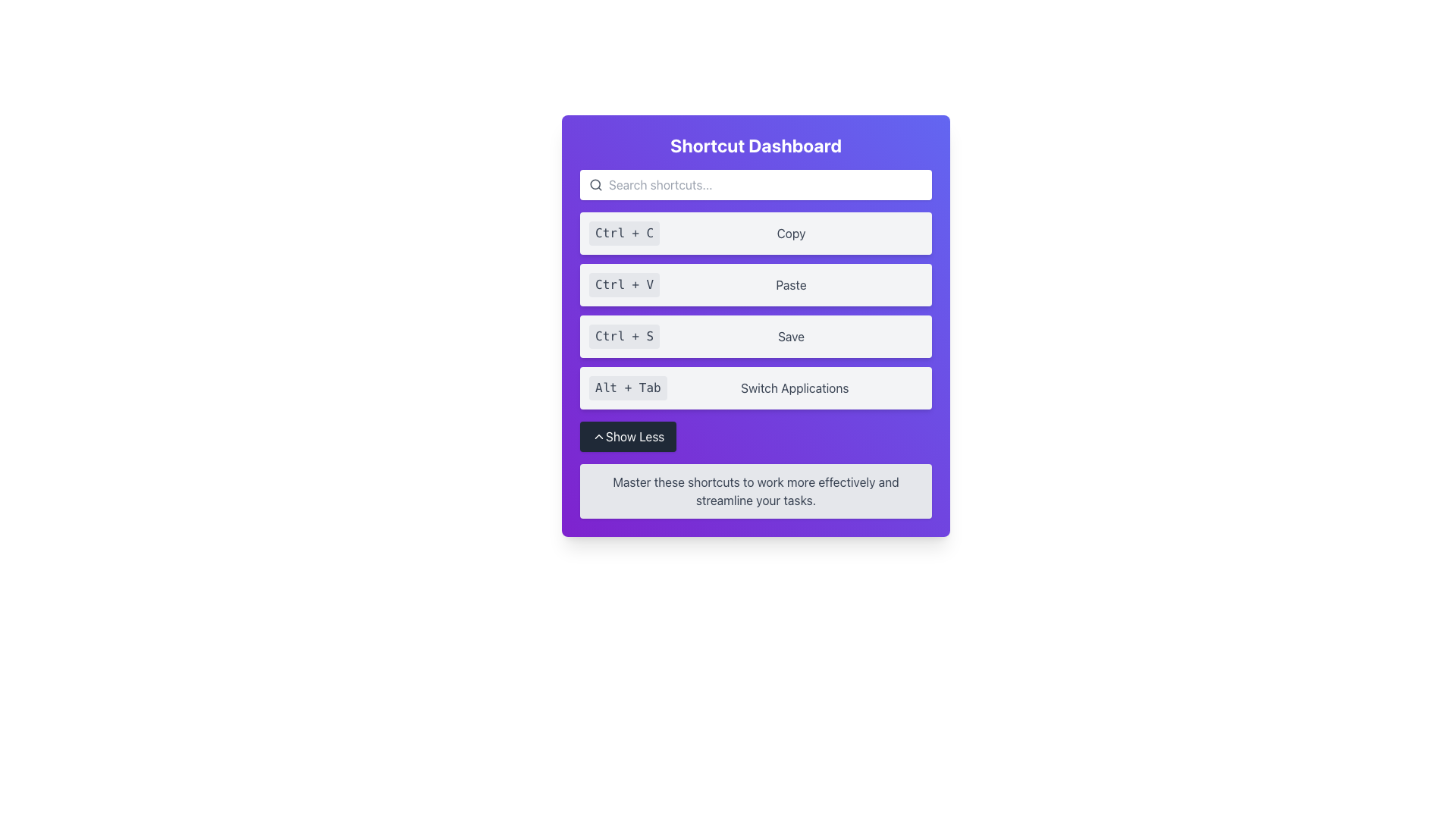  I want to click on SVG circle that represents the search icon, located at the top of the Shortcut Dashboard modal, to the left of the search input field, so click(595, 184).